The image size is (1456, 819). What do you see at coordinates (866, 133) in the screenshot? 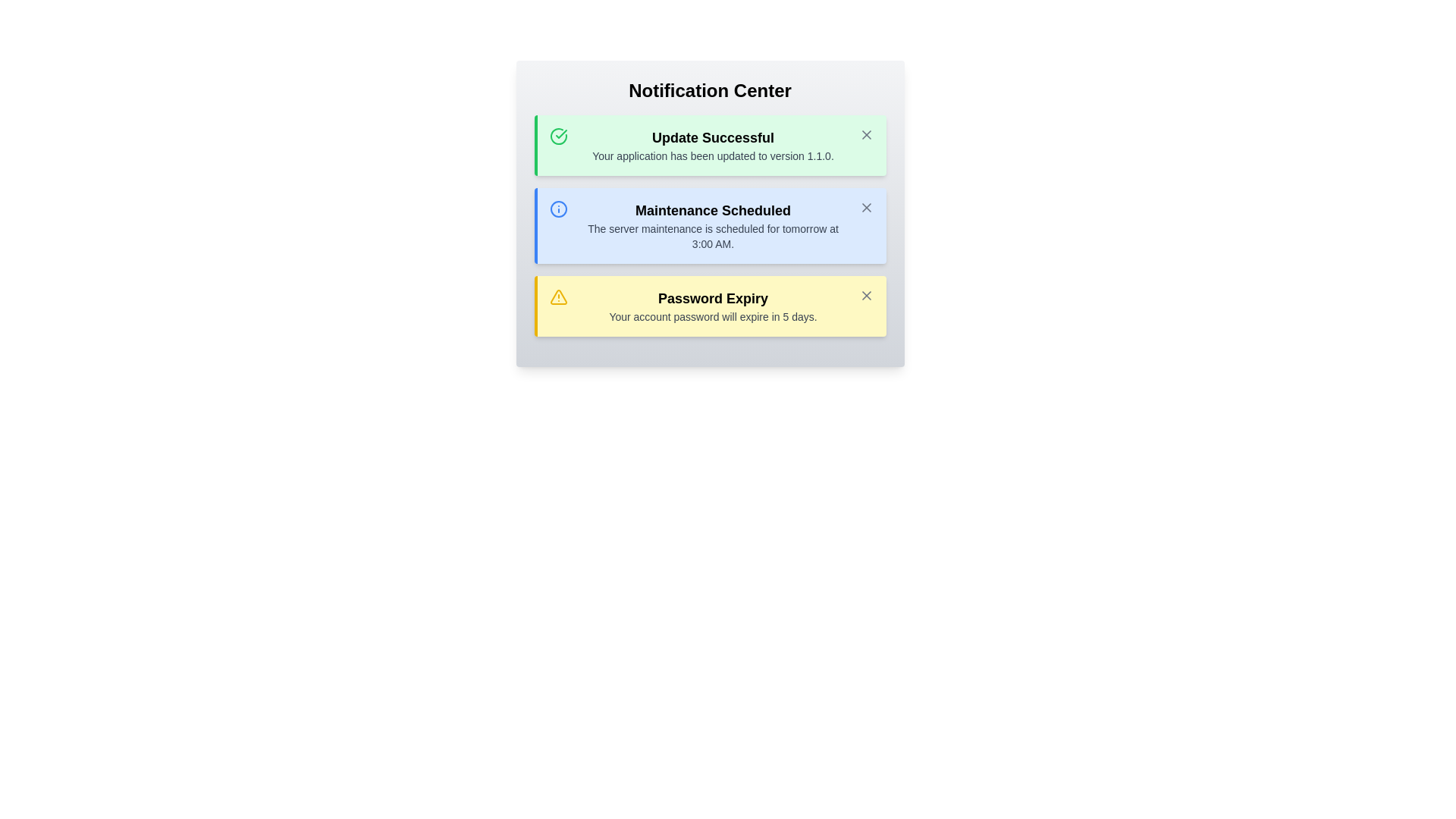
I see `the Dismiss button located at the top-right corner of the 'Update Successful' notification section` at bounding box center [866, 133].